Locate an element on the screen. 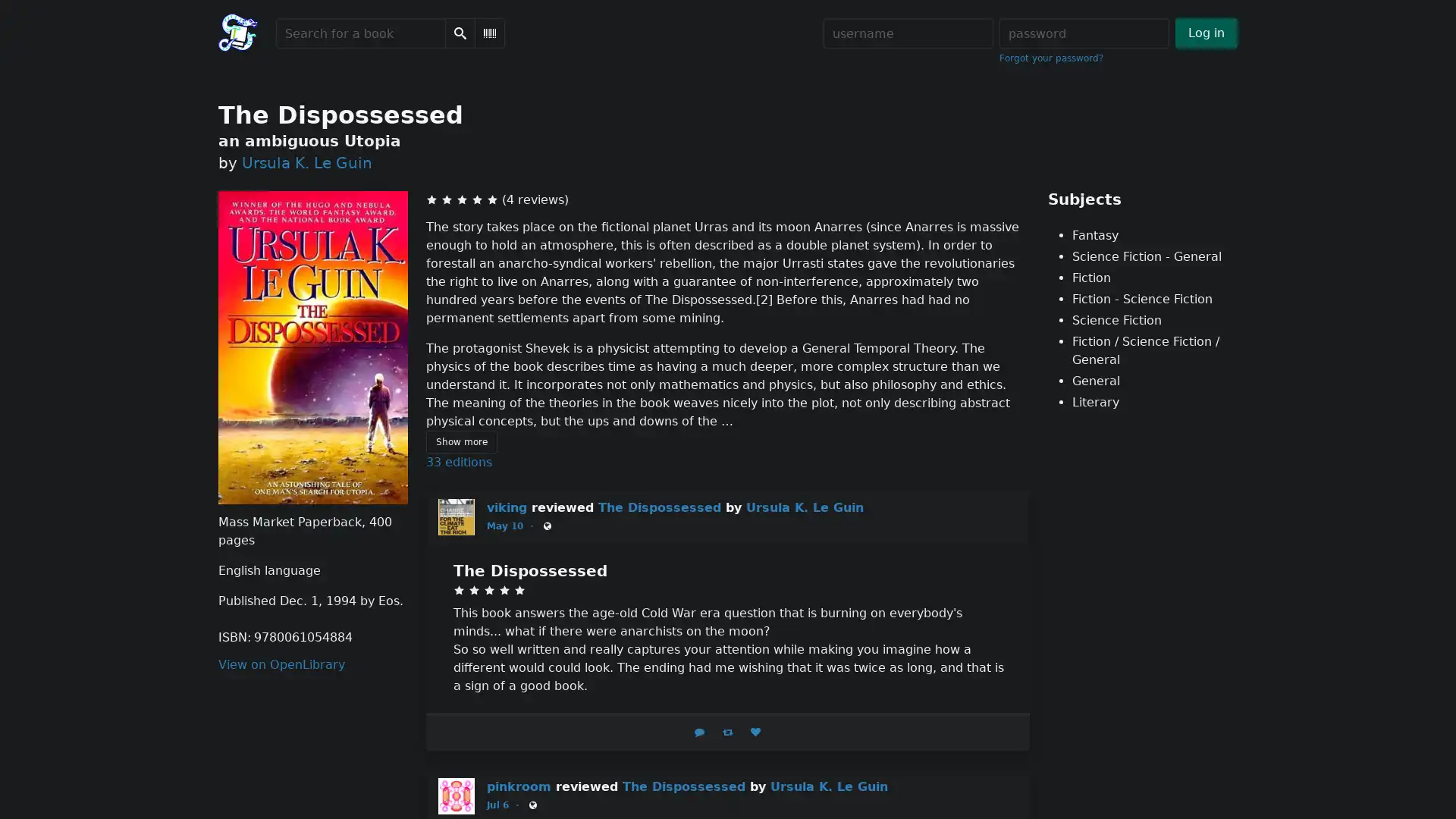 The height and width of the screenshot is (819, 1456). Scan Barcode is located at coordinates (490, 33).